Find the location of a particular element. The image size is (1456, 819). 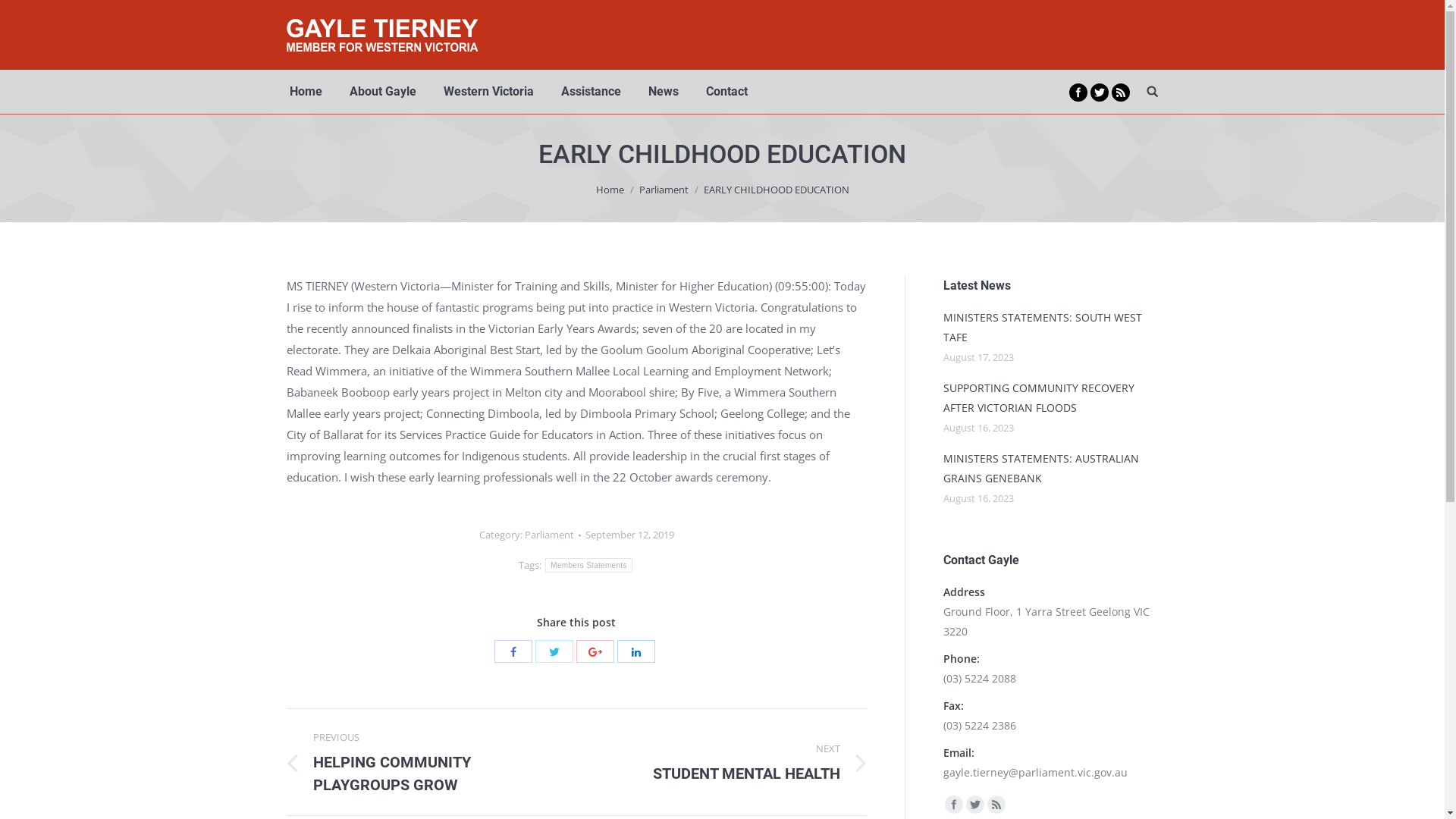

'Twitter' is located at coordinates (535, 651).